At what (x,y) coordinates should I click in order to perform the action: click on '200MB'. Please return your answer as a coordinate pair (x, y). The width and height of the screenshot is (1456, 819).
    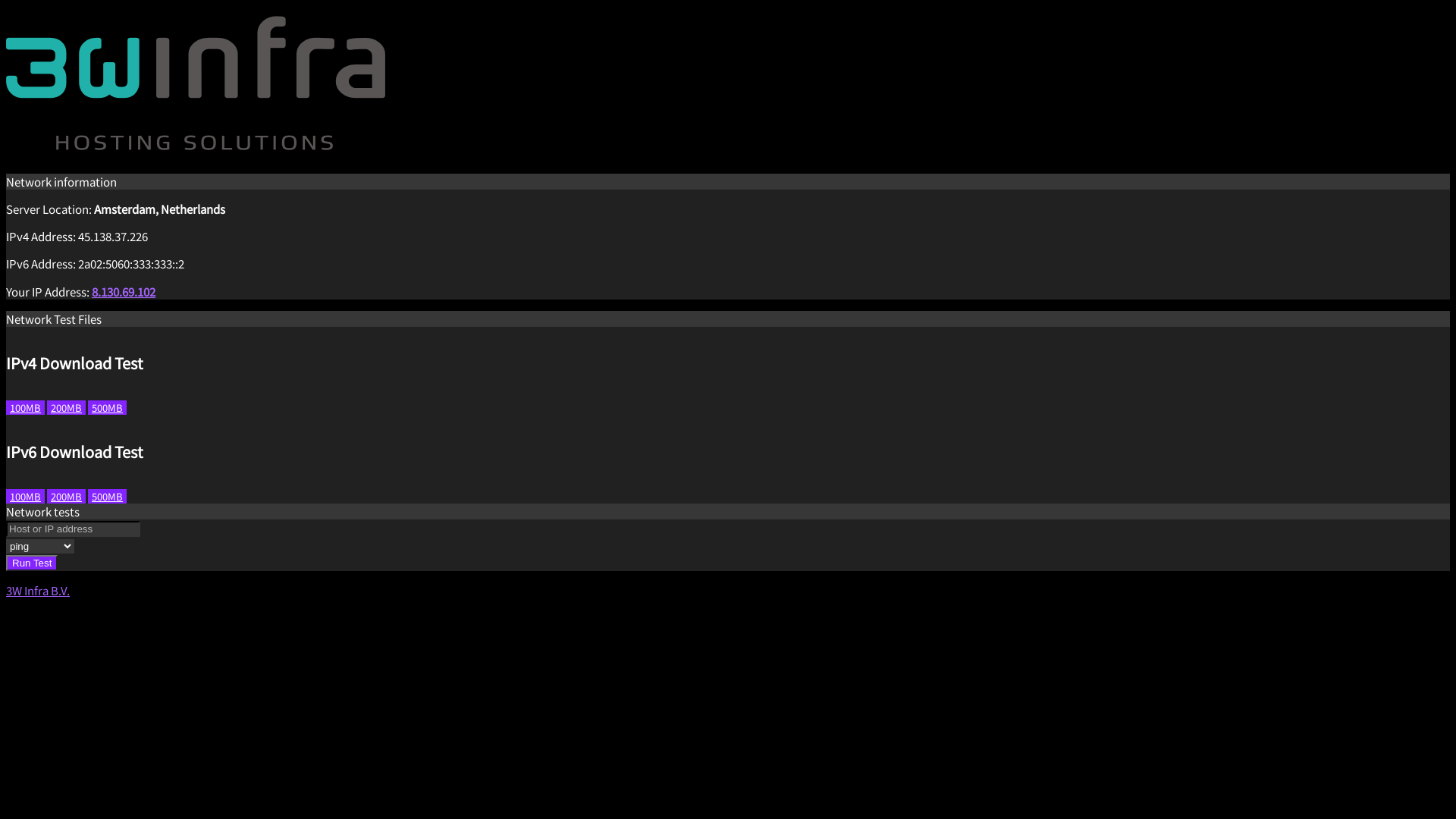
    Looking at the image, I should click on (47, 496).